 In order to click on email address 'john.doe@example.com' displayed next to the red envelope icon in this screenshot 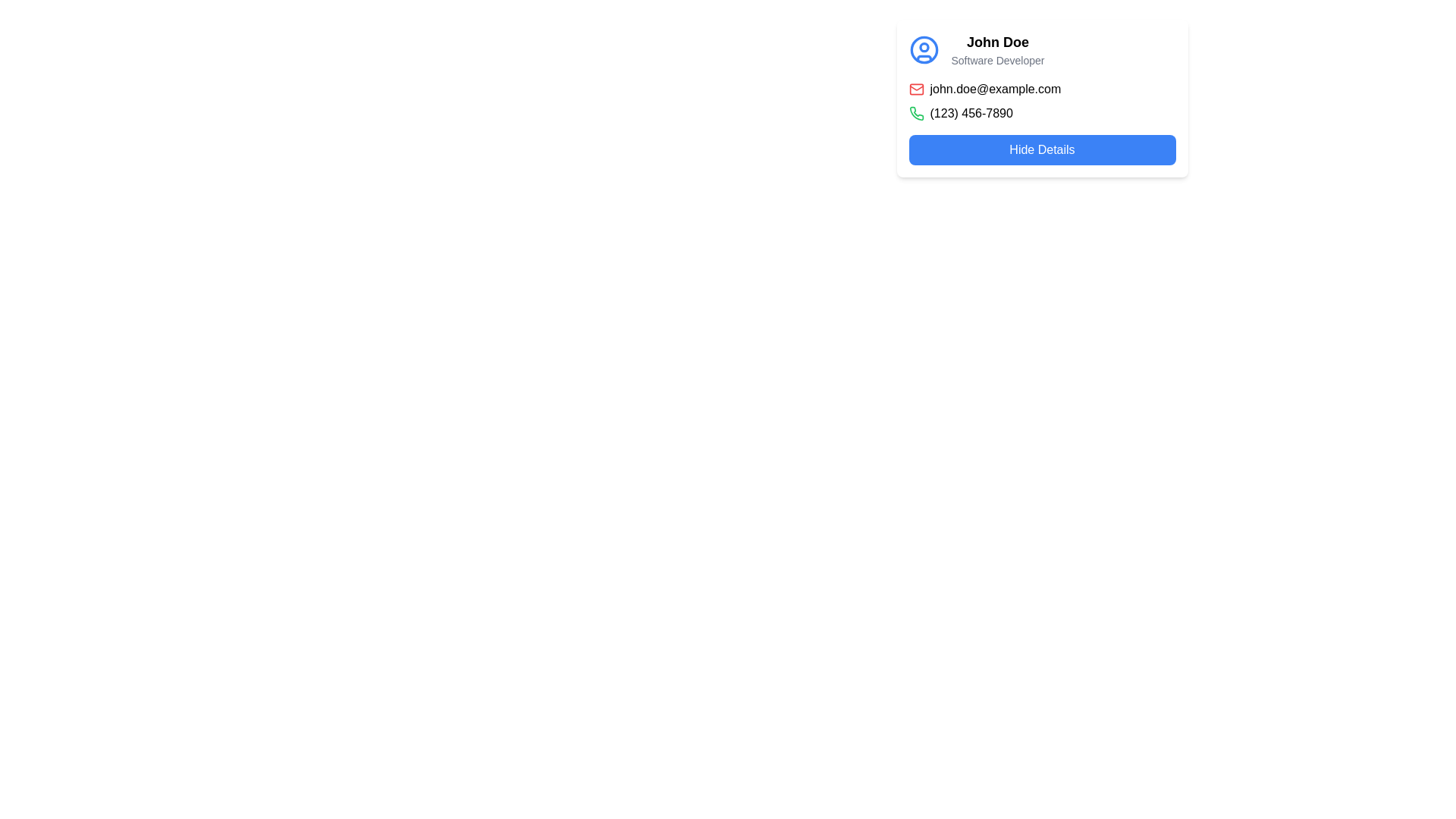, I will do `click(1041, 89)`.